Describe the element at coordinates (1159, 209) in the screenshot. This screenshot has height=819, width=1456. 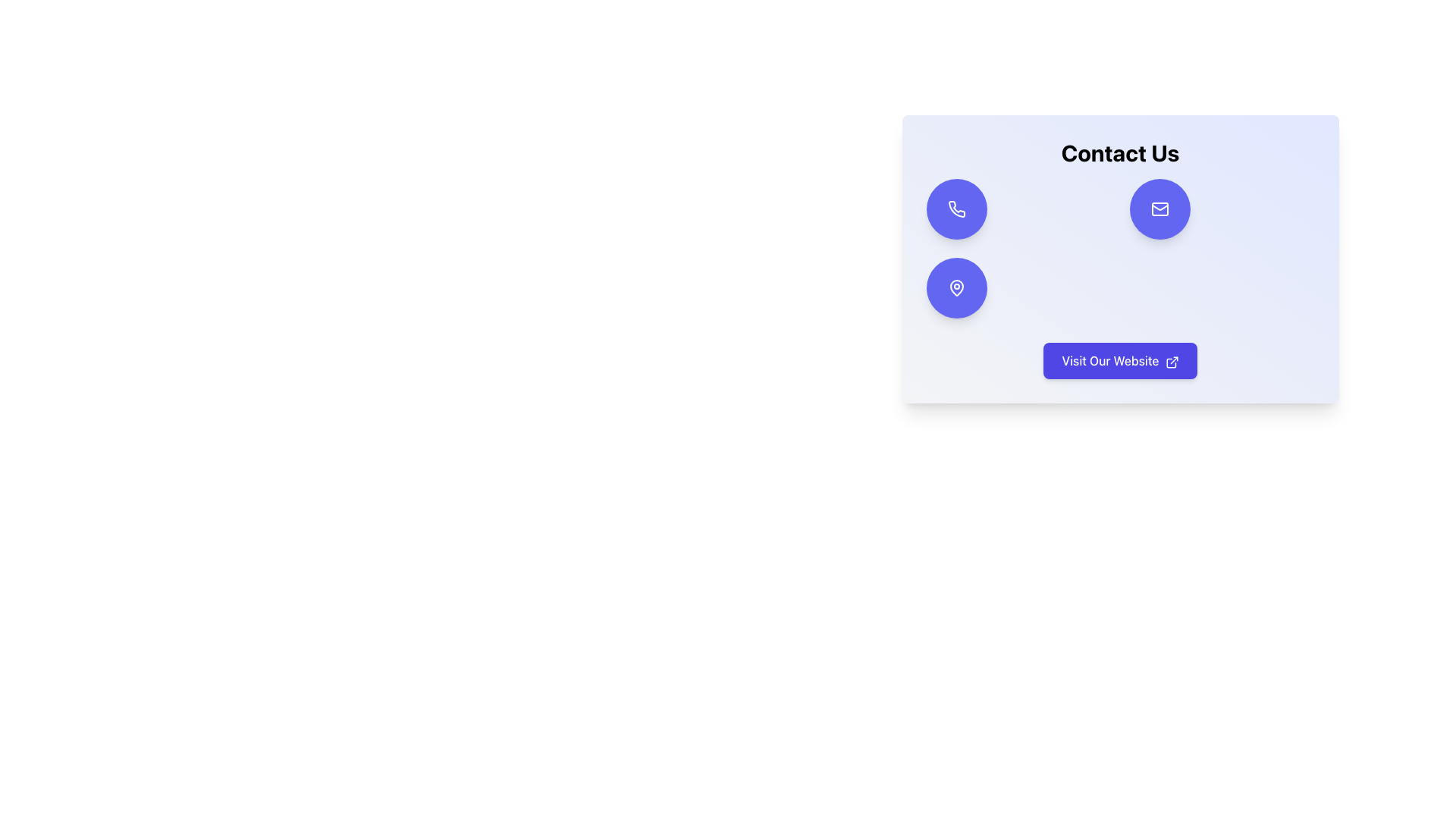
I see `the mail icon button, which is depicted as an envelope with a purple circular background` at that location.